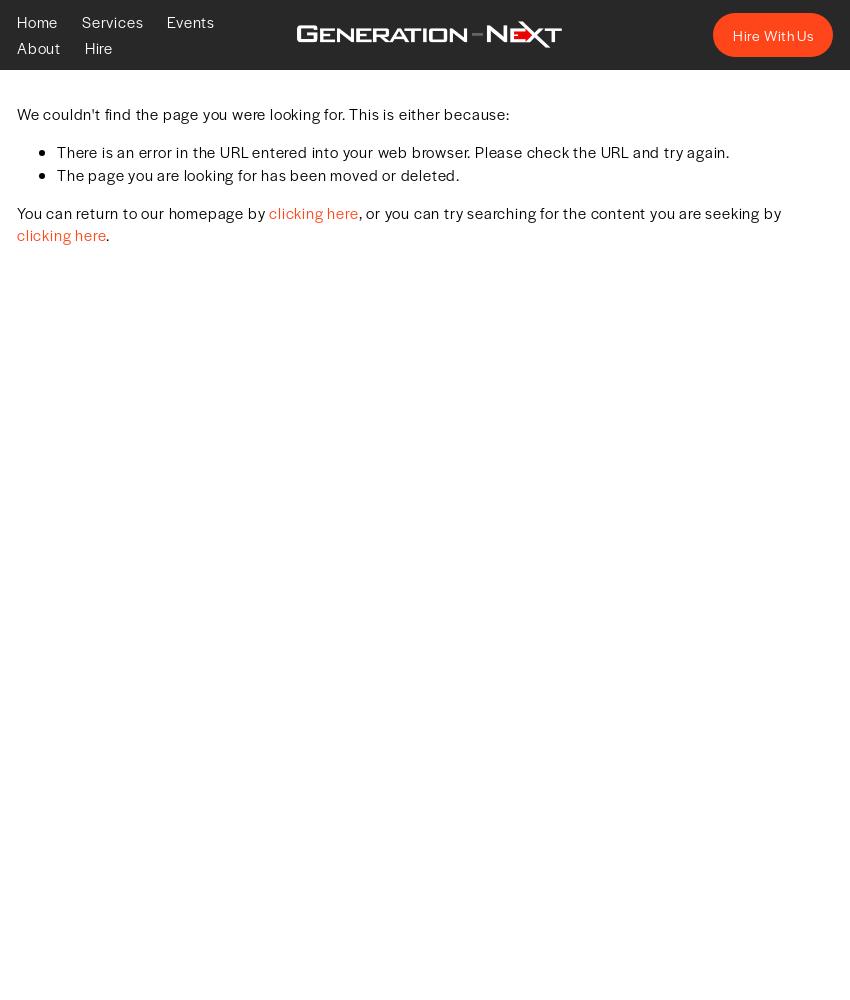  Describe the element at coordinates (38, 46) in the screenshot. I see `'About'` at that location.